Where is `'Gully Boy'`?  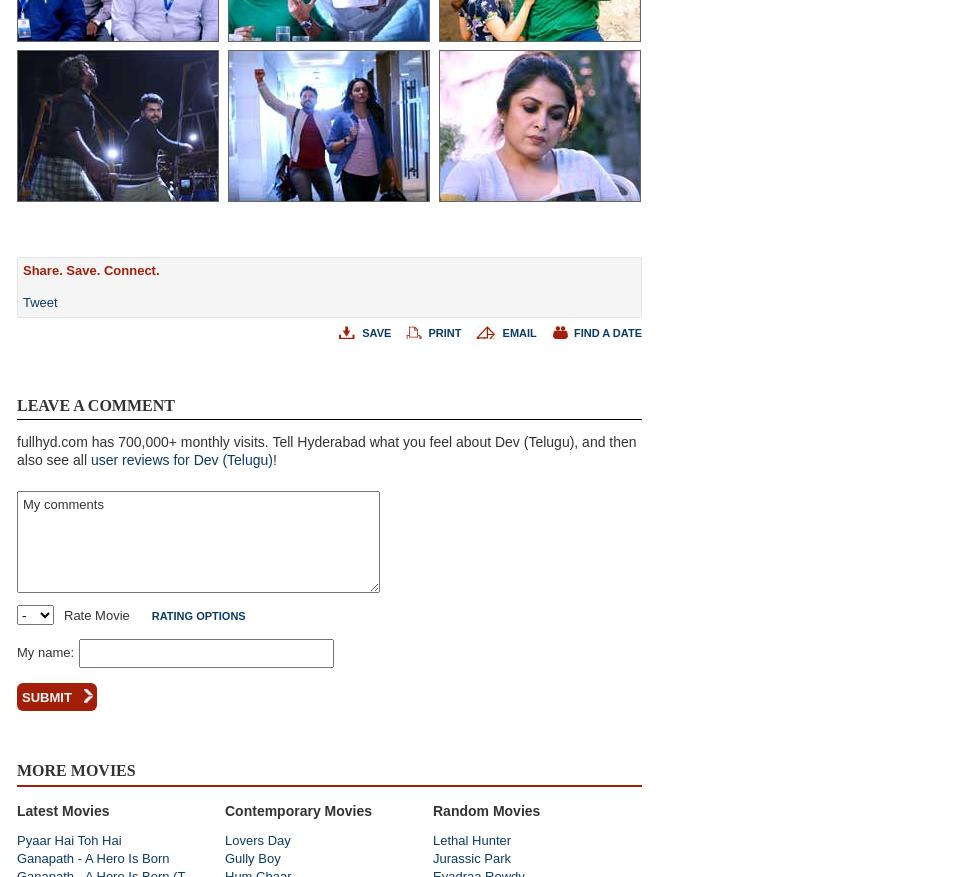
'Gully Boy' is located at coordinates (251, 857).